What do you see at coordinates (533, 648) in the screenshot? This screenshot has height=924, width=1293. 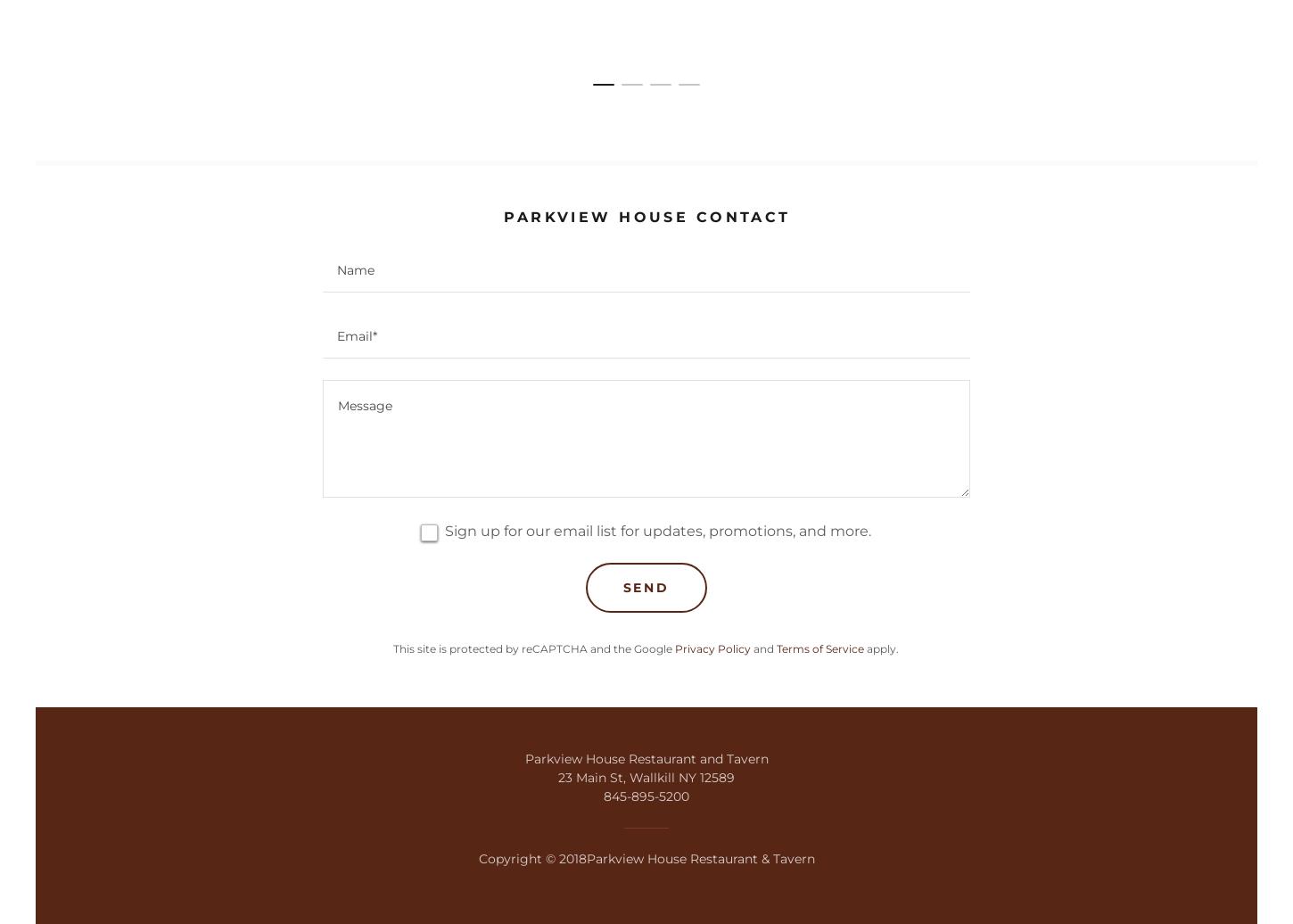 I see `'This site is protected by reCAPTCHA and the Google'` at bounding box center [533, 648].